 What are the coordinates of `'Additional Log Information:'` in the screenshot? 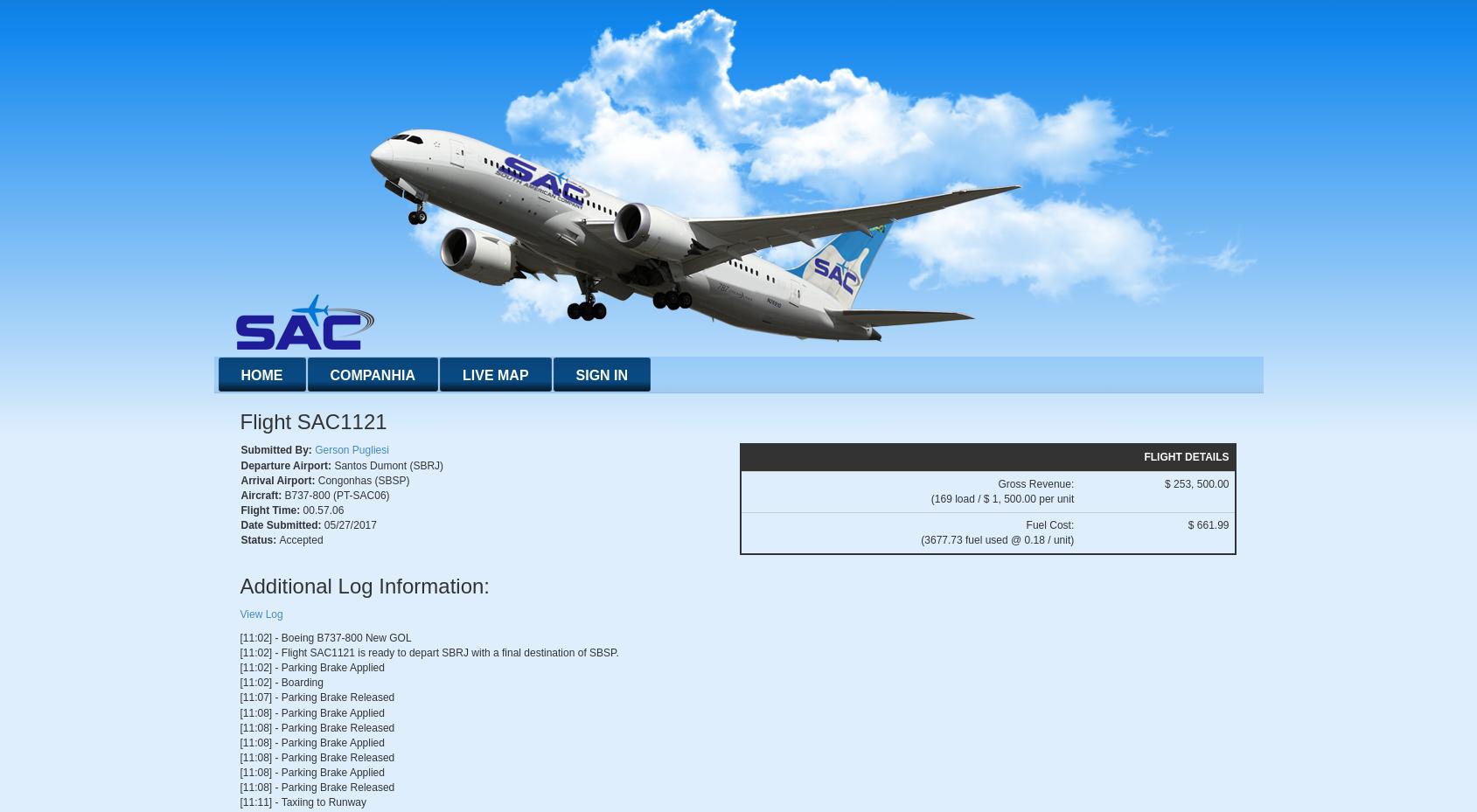 It's located at (364, 586).